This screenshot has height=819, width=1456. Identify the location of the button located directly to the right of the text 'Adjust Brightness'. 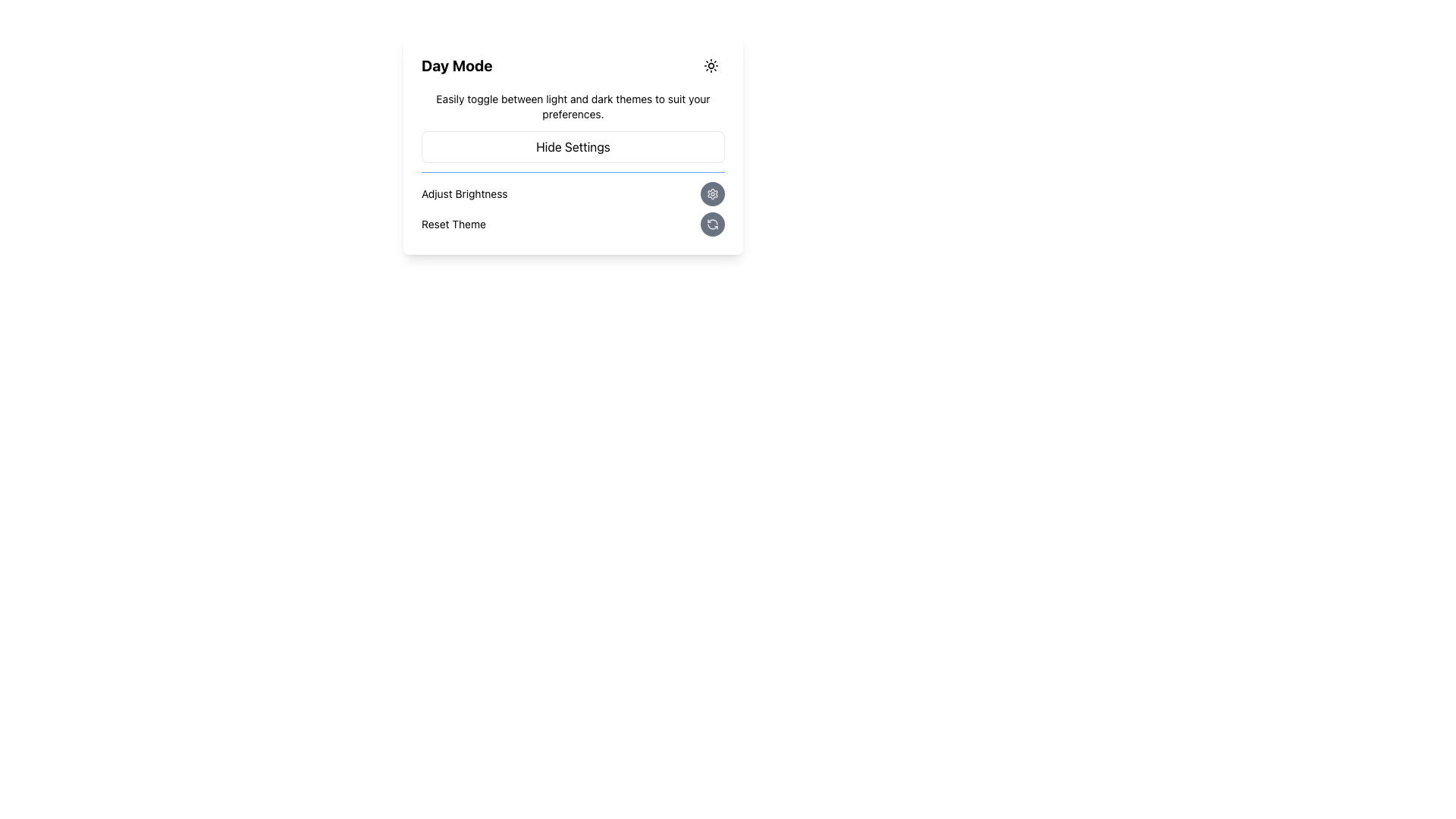
(712, 193).